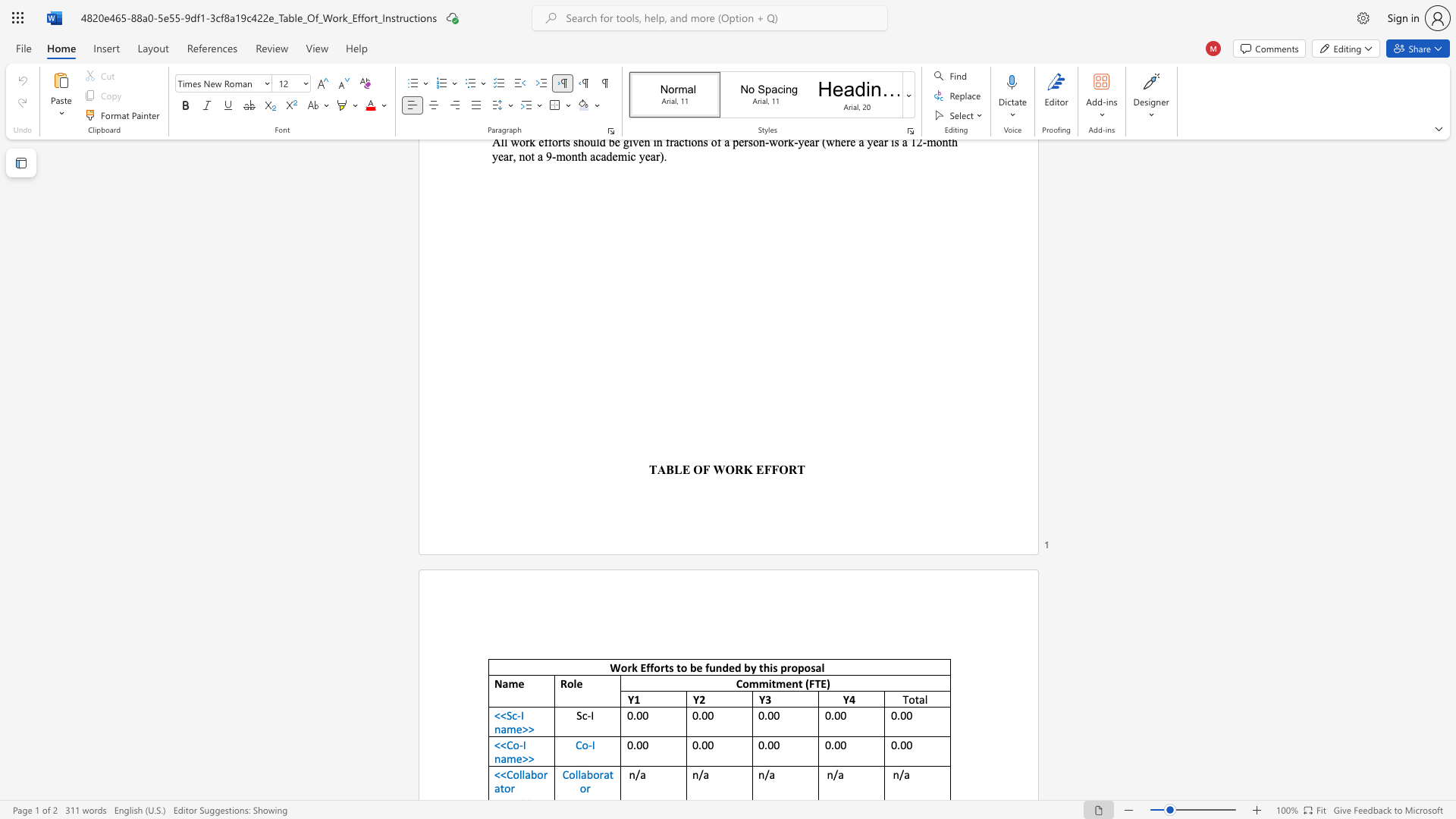 This screenshot has width=1456, height=819. I want to click on the space between the continuous character "e" and ">" in the text, so click(522, 728).